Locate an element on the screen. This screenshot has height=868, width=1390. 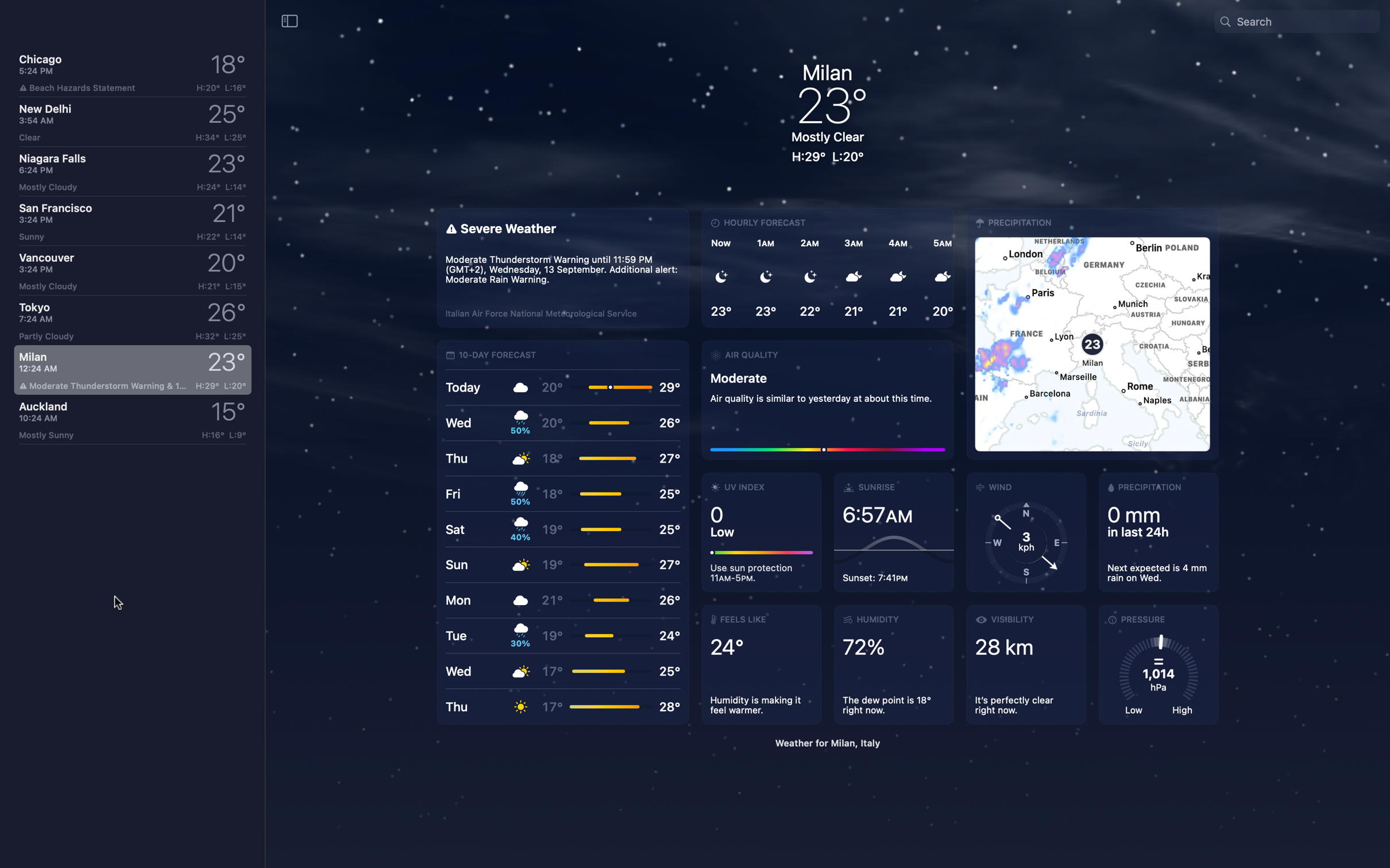
Check wind status in map view is located at coordinates (1092, 334).